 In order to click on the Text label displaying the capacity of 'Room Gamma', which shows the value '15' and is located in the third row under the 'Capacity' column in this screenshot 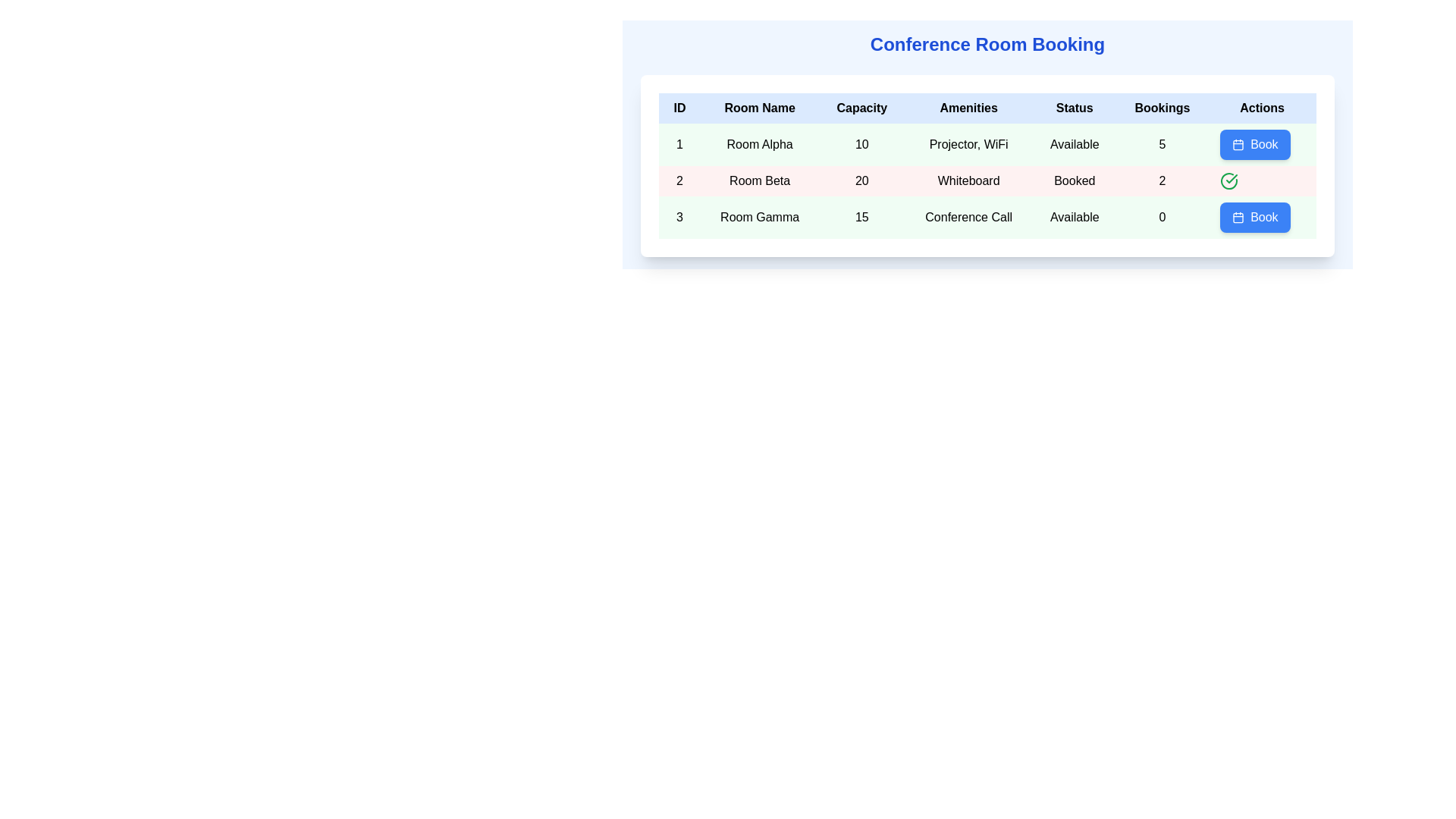, I will do `click(861, 217)`.